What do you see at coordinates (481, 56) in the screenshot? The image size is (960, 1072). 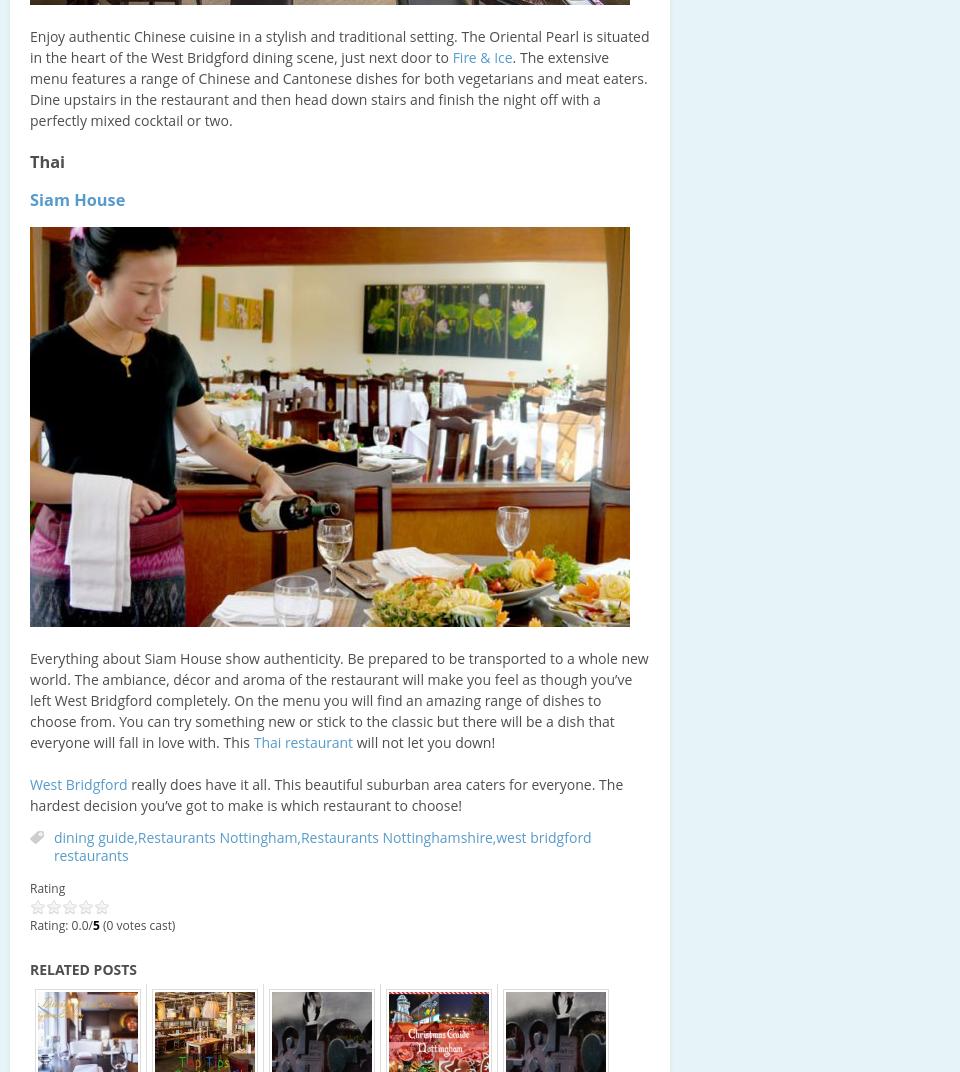 I see `'Fire & Ice'` at bounding box center [481, 56].